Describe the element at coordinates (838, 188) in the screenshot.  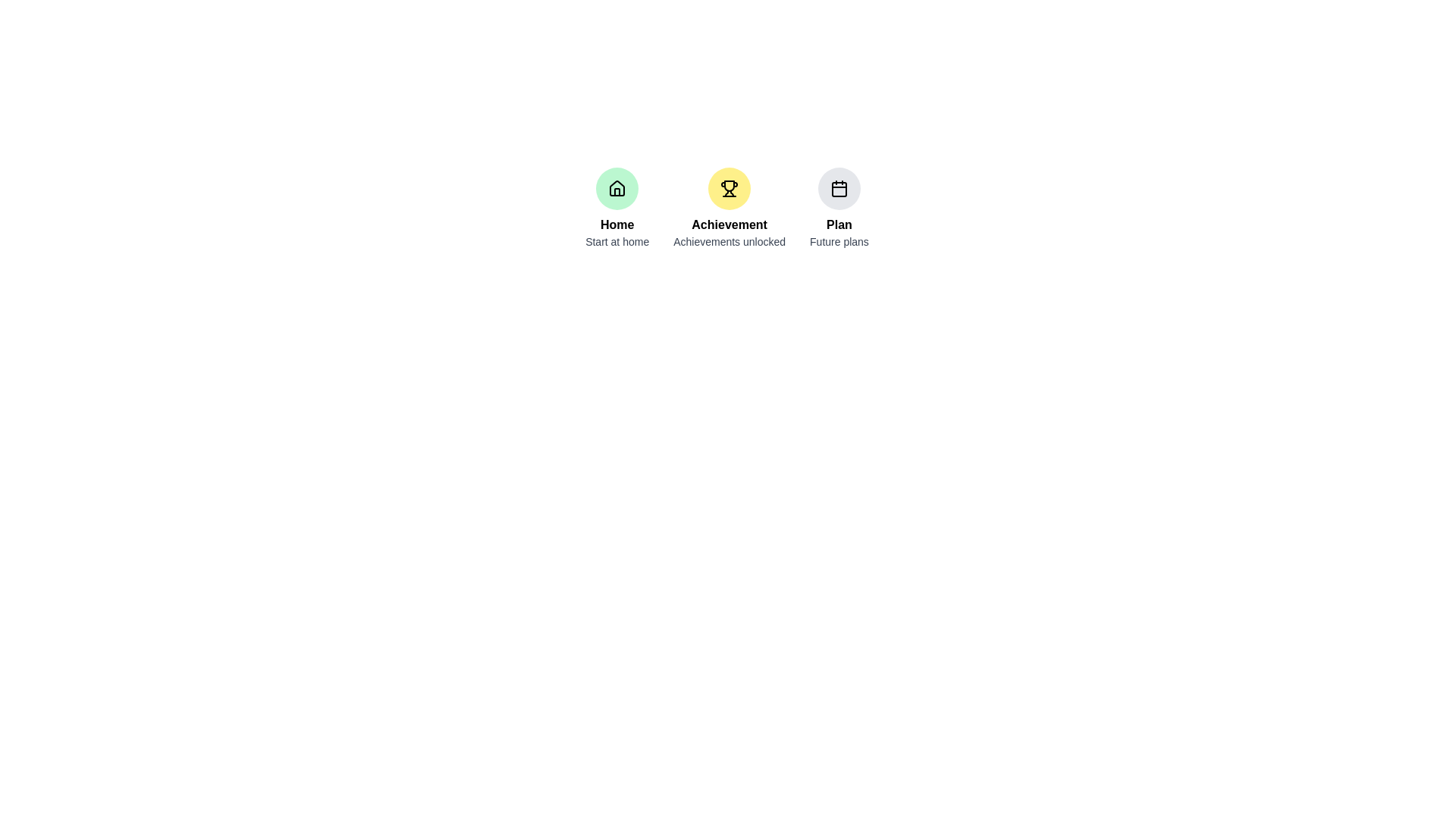
I see `the planning or schedule icon located to the right of the 'Home' and 'Achievement' groups` at that location.